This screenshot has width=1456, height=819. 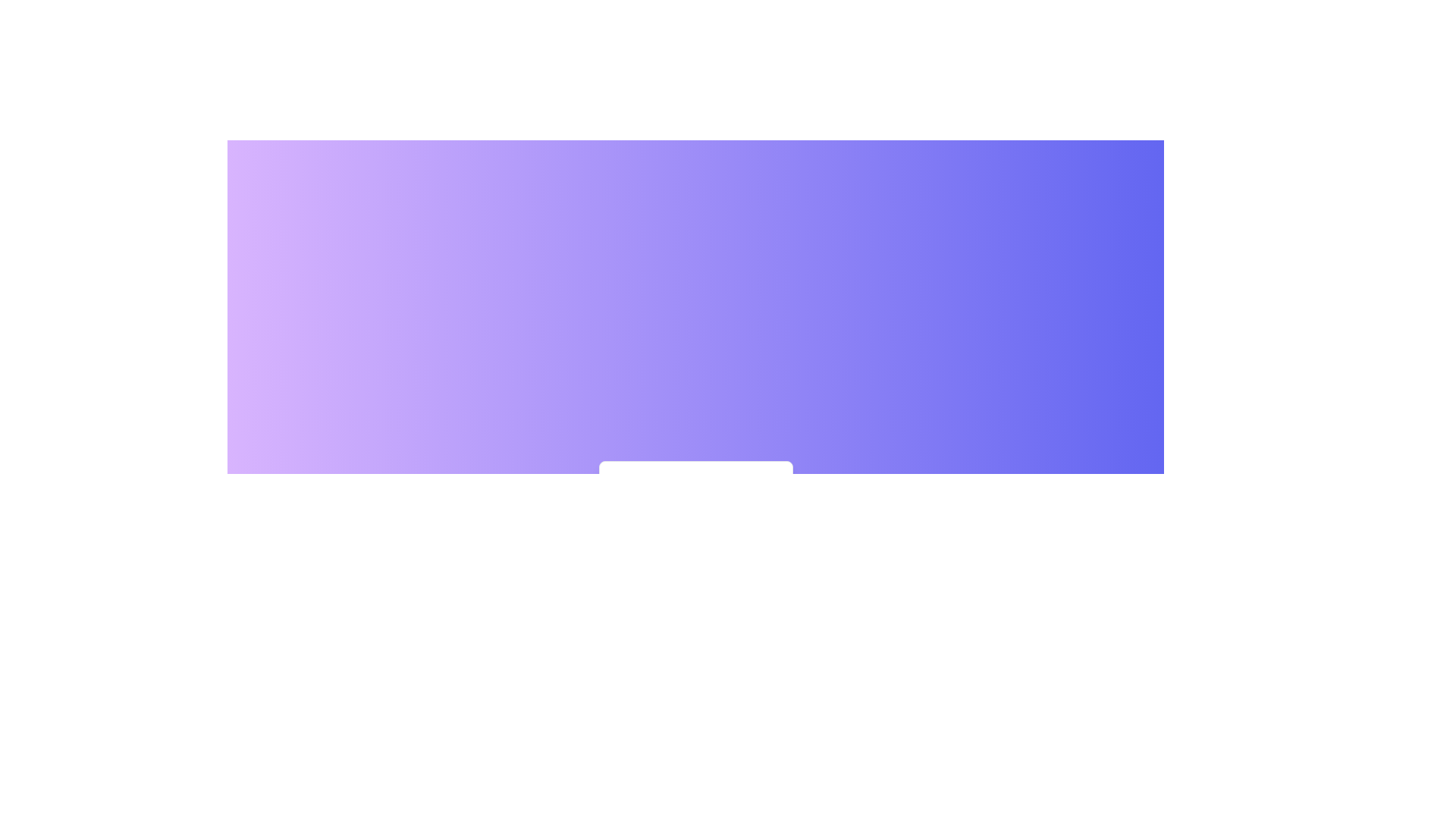 What do you see at coordinates (695, 488) in the screenshot?
I see `the menu option Open File to highlight it` at bounding box center [695, 488].